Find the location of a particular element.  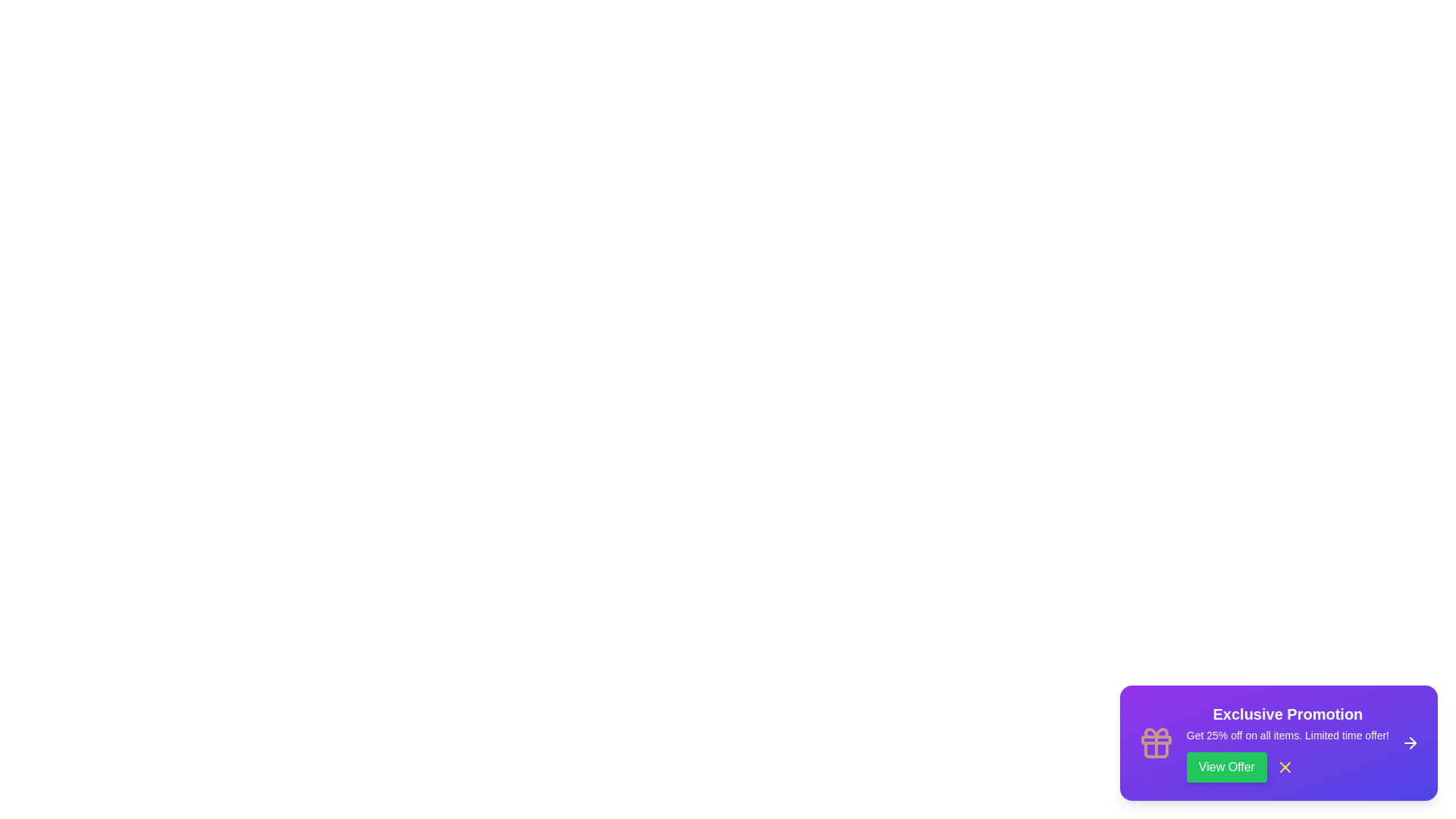

the 'View Offer' button to access the promotion is located at coordinates (1226, 767).